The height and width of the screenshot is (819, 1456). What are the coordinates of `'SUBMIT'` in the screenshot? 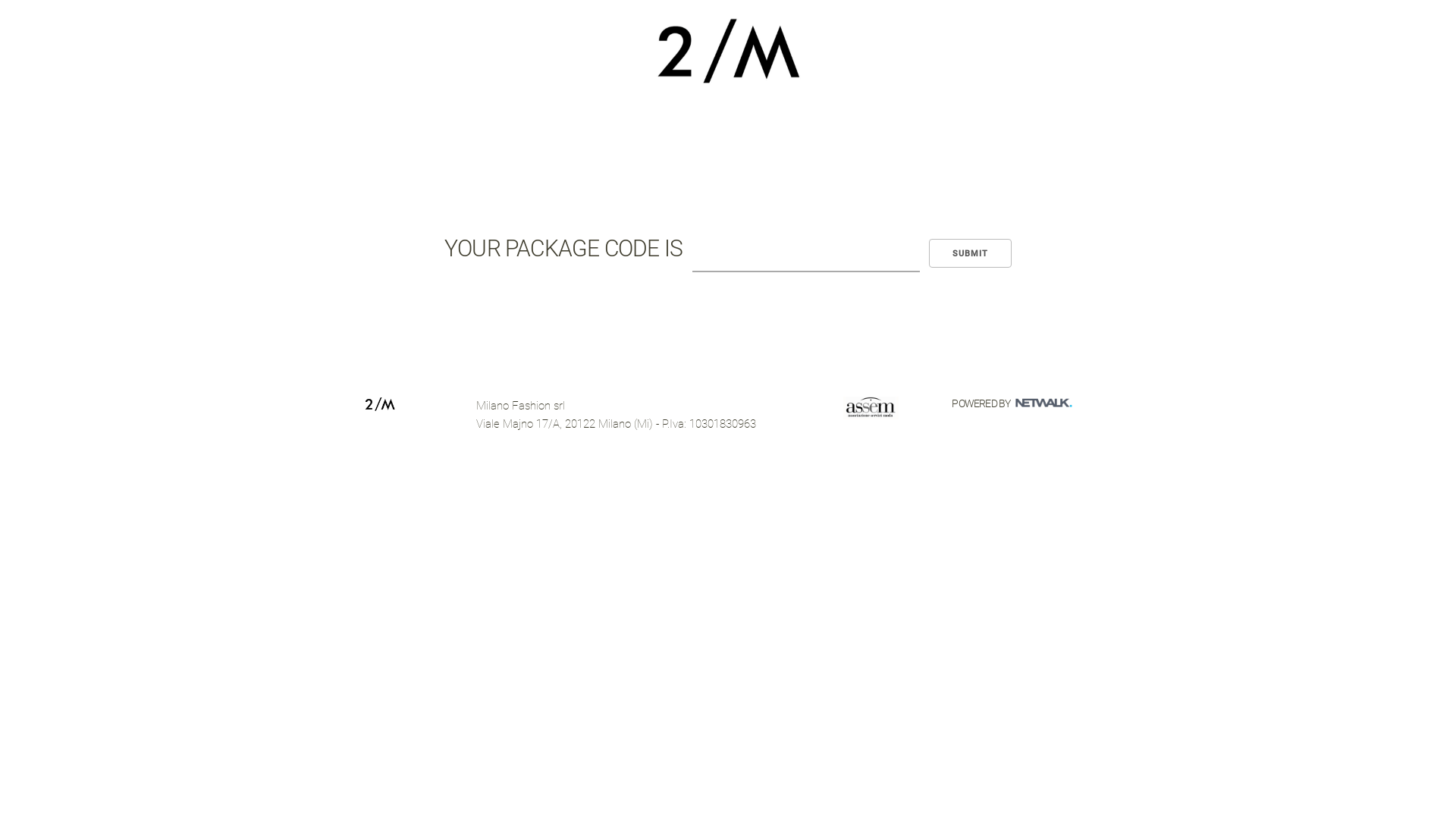 It's located at (969, 253).